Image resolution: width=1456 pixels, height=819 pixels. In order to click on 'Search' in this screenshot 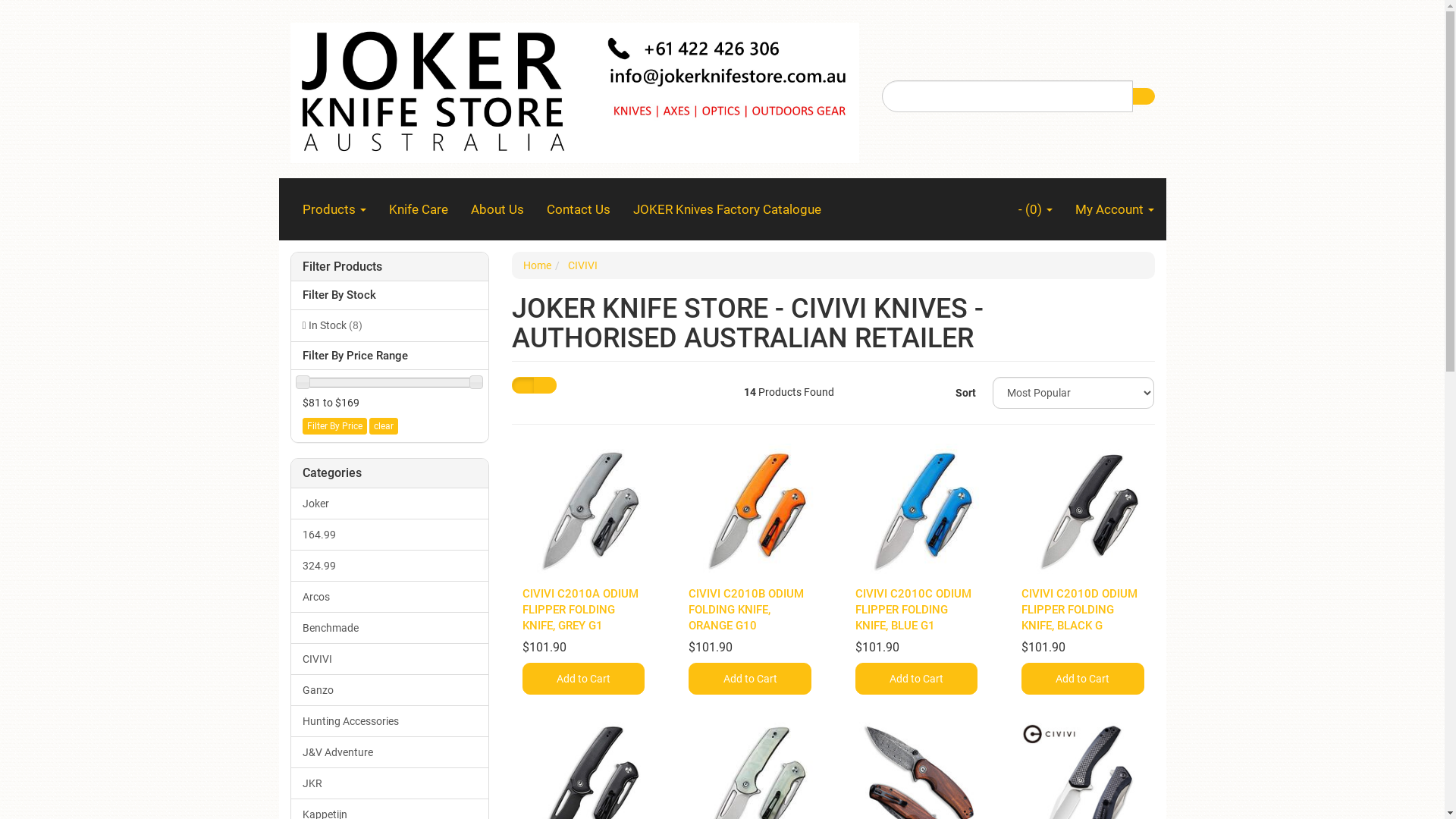, I will do `click(1143, 96)`.